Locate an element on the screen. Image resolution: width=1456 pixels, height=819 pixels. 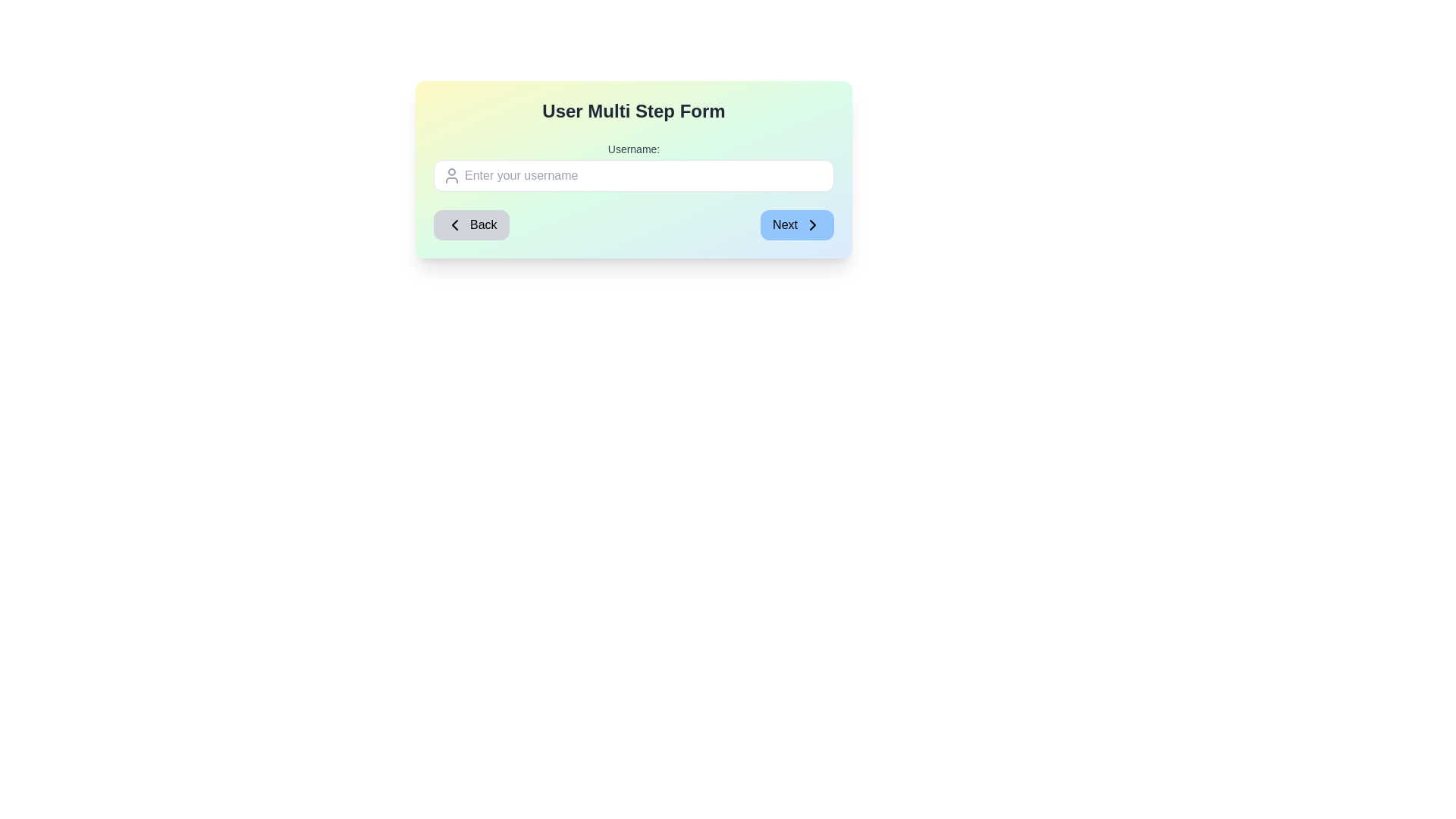
the rectangular 'Back' button with rounded corners, which has a light gray background and a leftward-pointing chevron icon followed by the text 'Back', to trigger a visual change is located at coordinates (470, 225).